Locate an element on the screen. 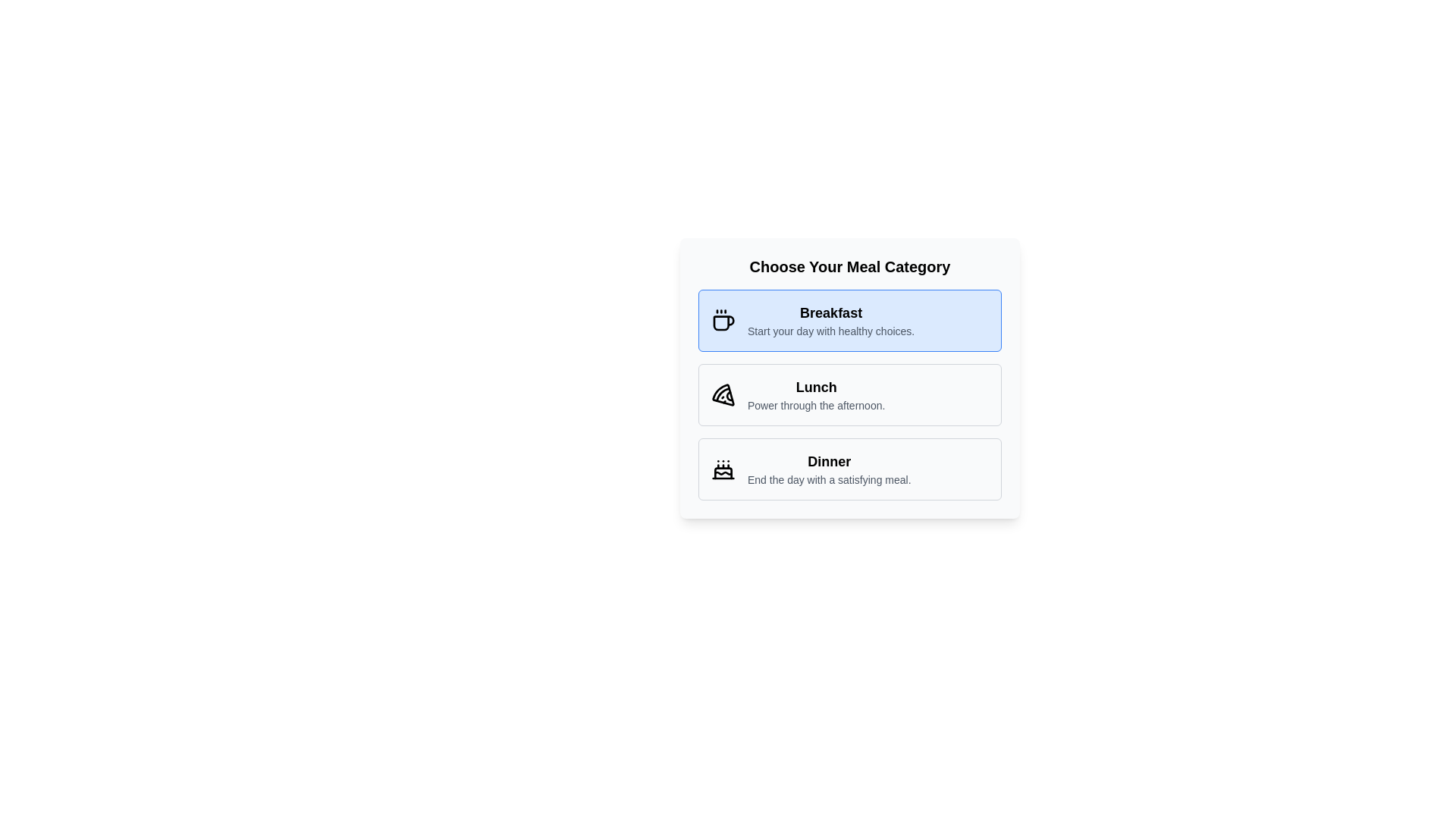 The width and height of the screenshot is (1456, 819). the second Button-like option within the meal category card, which allows users to select 'Lunch' is located at coordinates (850, 377).